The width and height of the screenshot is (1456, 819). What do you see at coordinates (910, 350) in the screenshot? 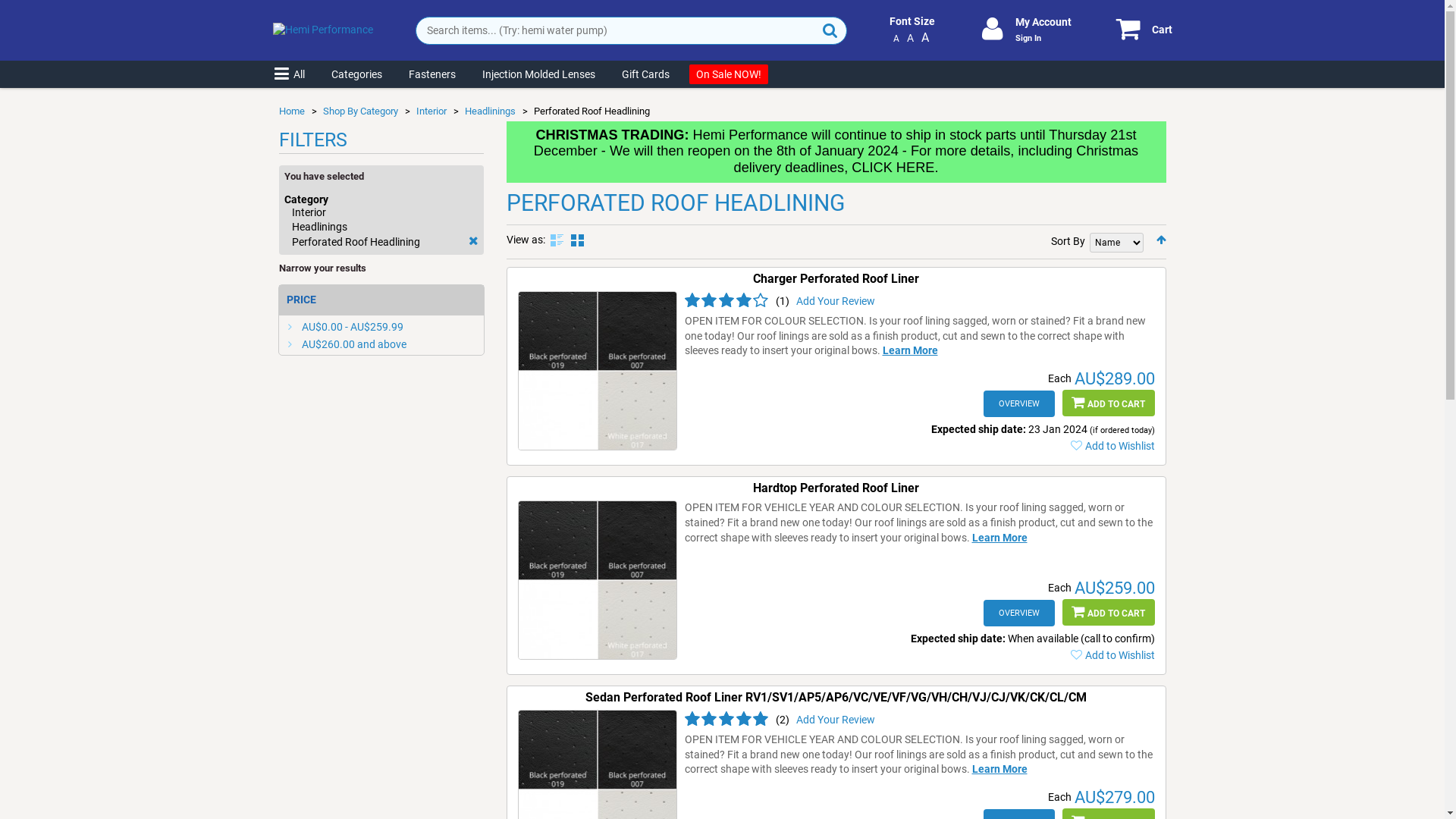
I see `'Learn More'` at bounding box center [910, 350].